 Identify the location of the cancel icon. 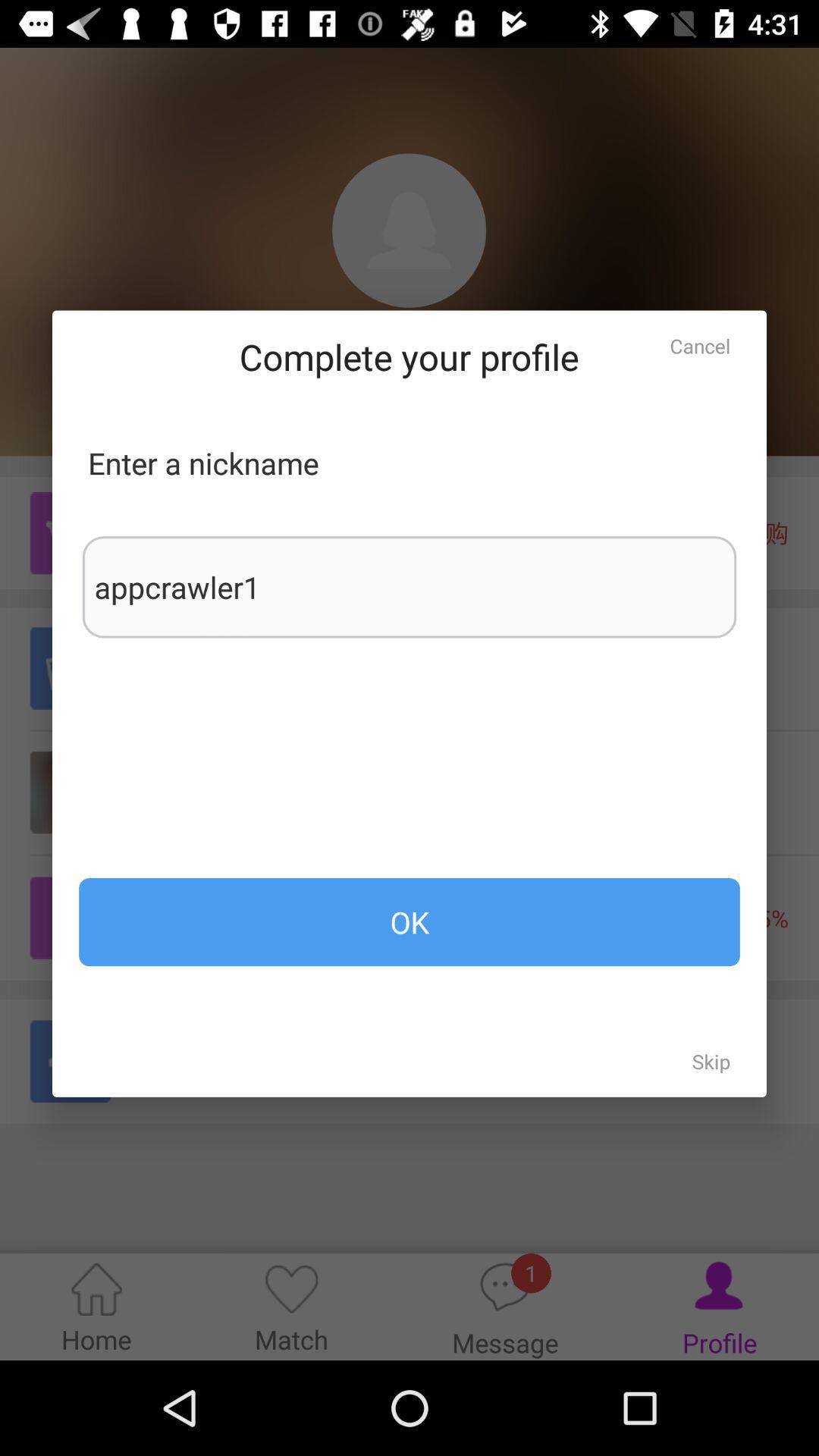
(700, 345).